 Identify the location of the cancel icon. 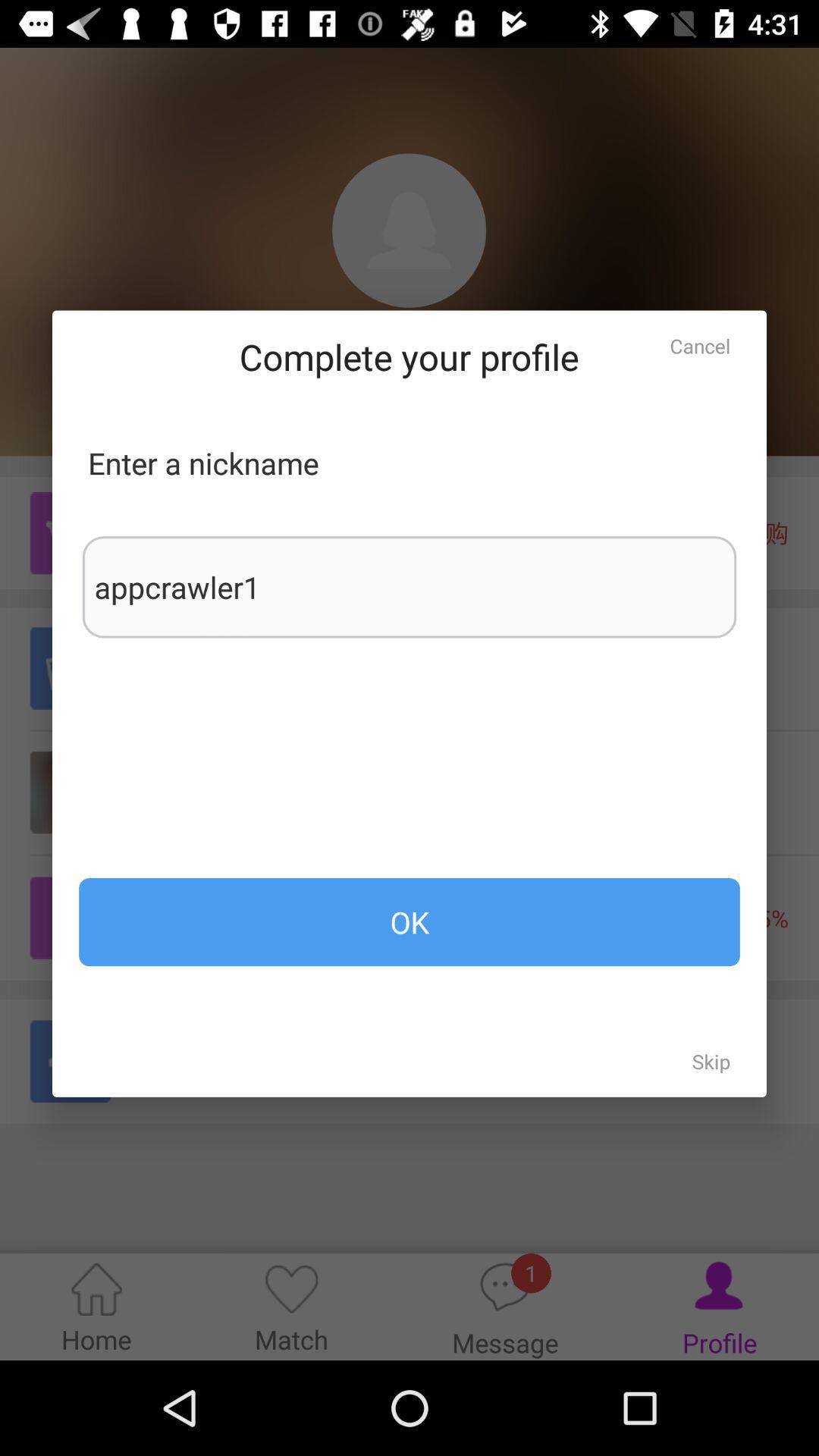
(700, 345).